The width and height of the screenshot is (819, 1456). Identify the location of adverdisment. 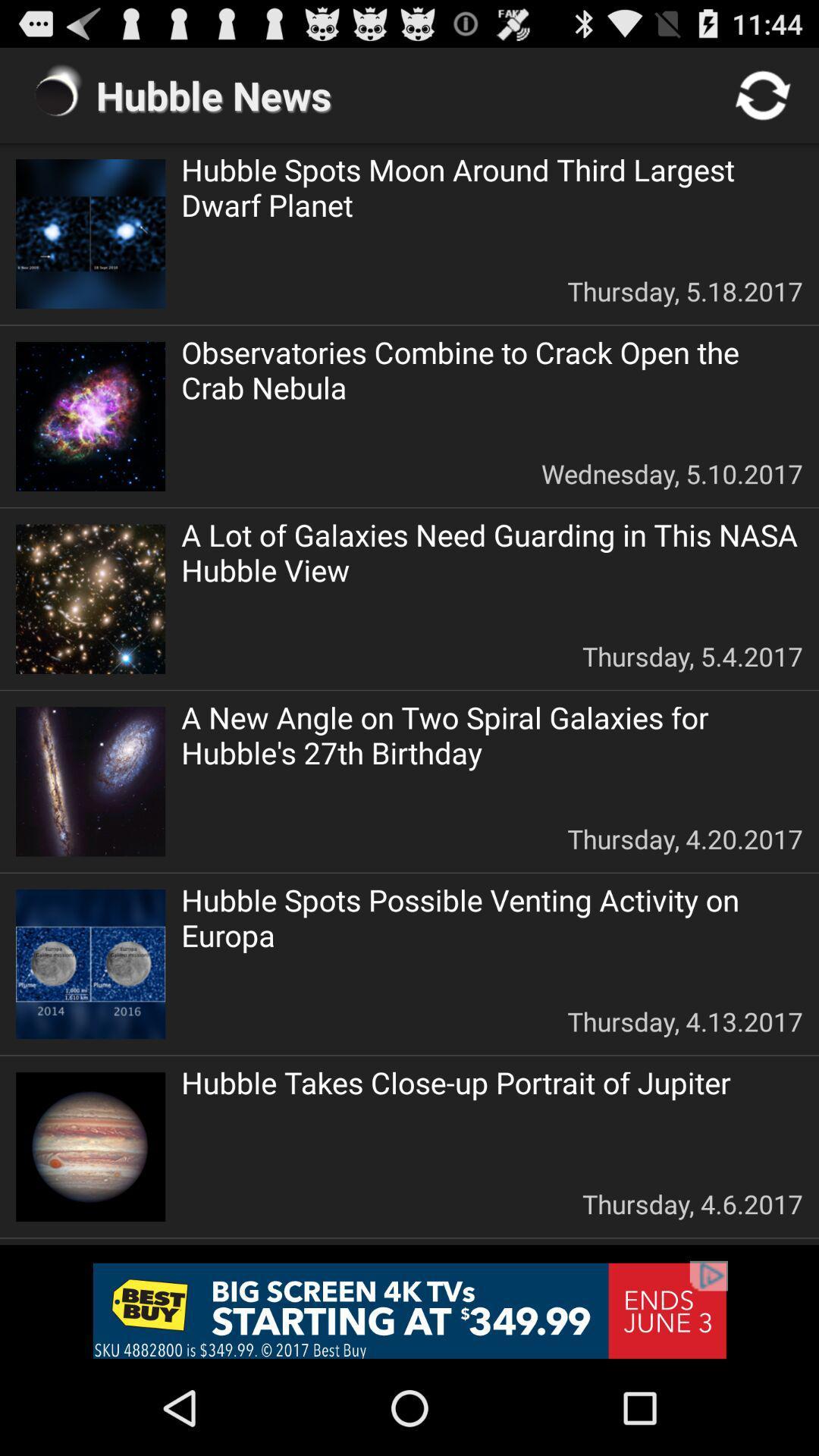
(409, 1310).